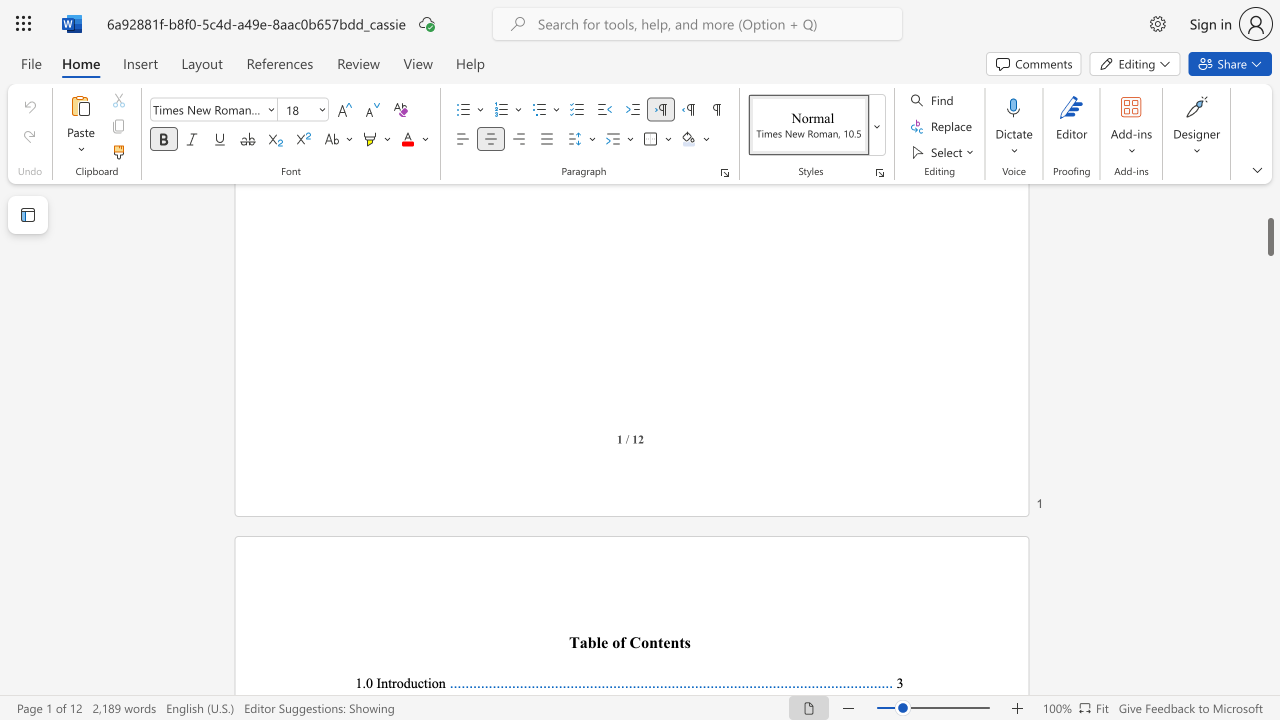 The width and height of the screenshot is (1280, 720). What do you see at coordinates (390, 682) in the screenshot?
I see `the 1th character "t" in the text` at bounding box center [390, 682].